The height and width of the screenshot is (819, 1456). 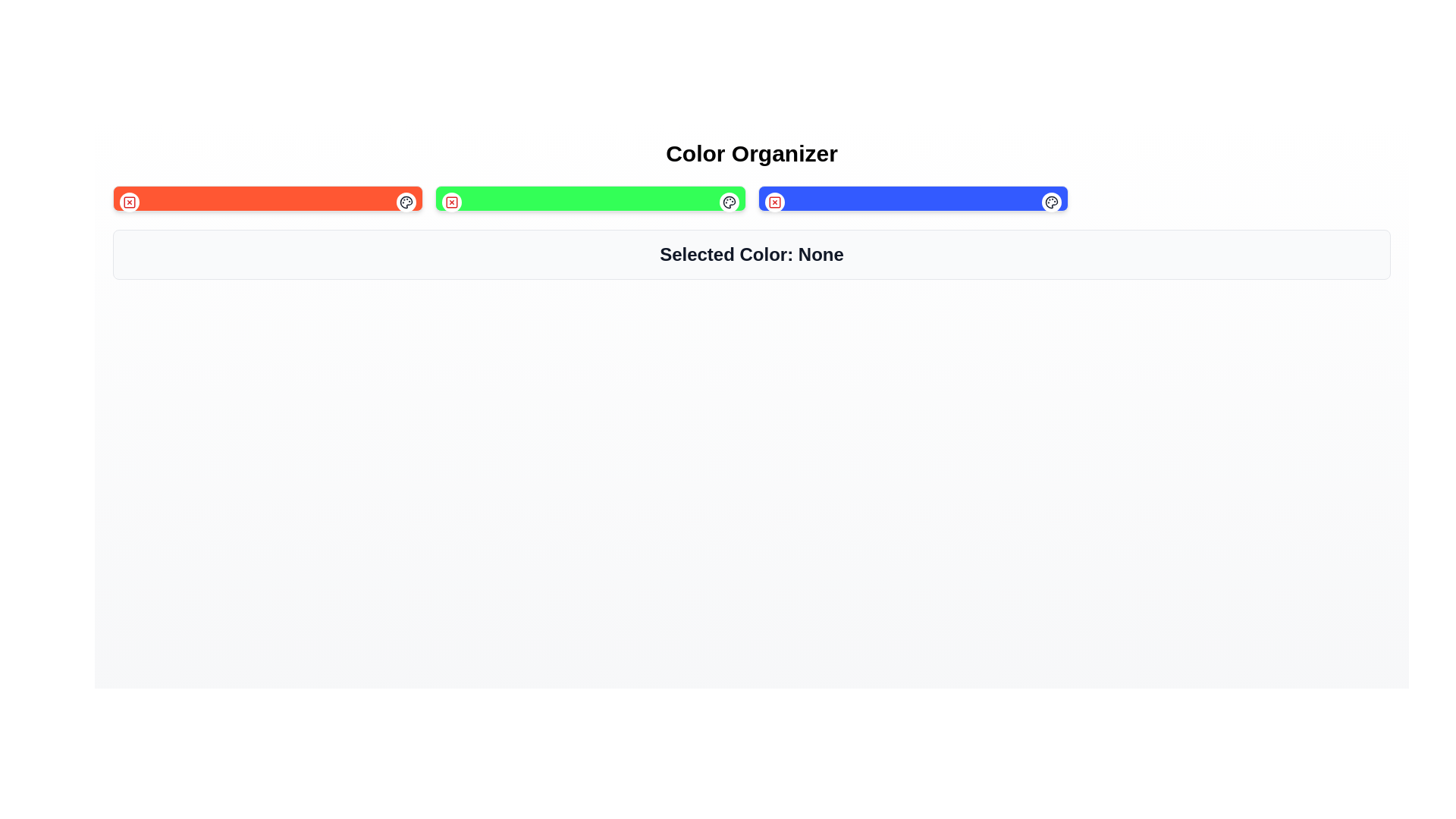 I want to click on the contained items within or out of the grid layout located below the 'Color Organizer' heading and above 'Selected Color: None', so click(x=752, y=198).